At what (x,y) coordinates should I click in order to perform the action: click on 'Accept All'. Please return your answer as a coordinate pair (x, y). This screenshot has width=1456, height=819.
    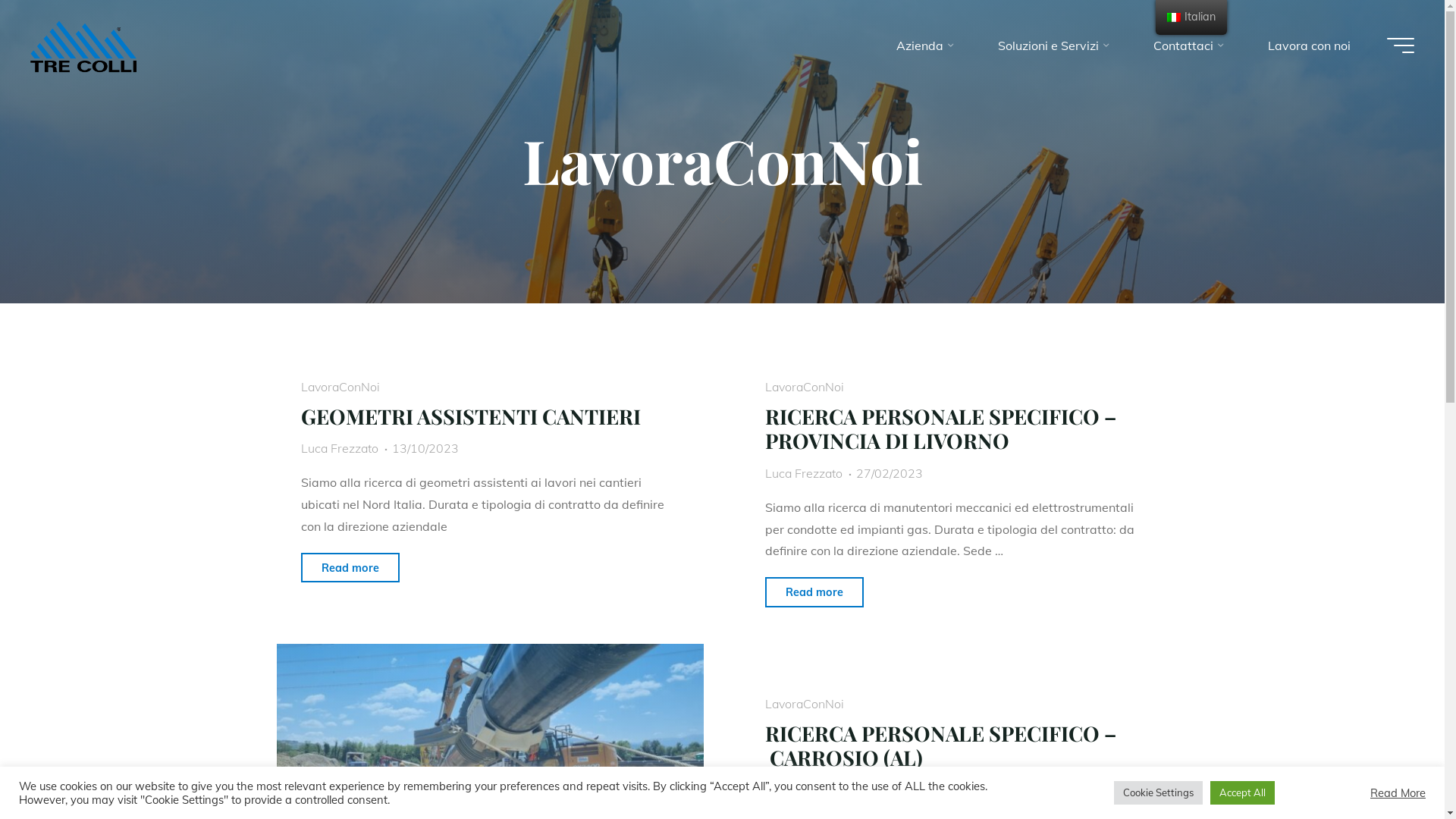
    Looking at the image, I should click on (1242, 792).